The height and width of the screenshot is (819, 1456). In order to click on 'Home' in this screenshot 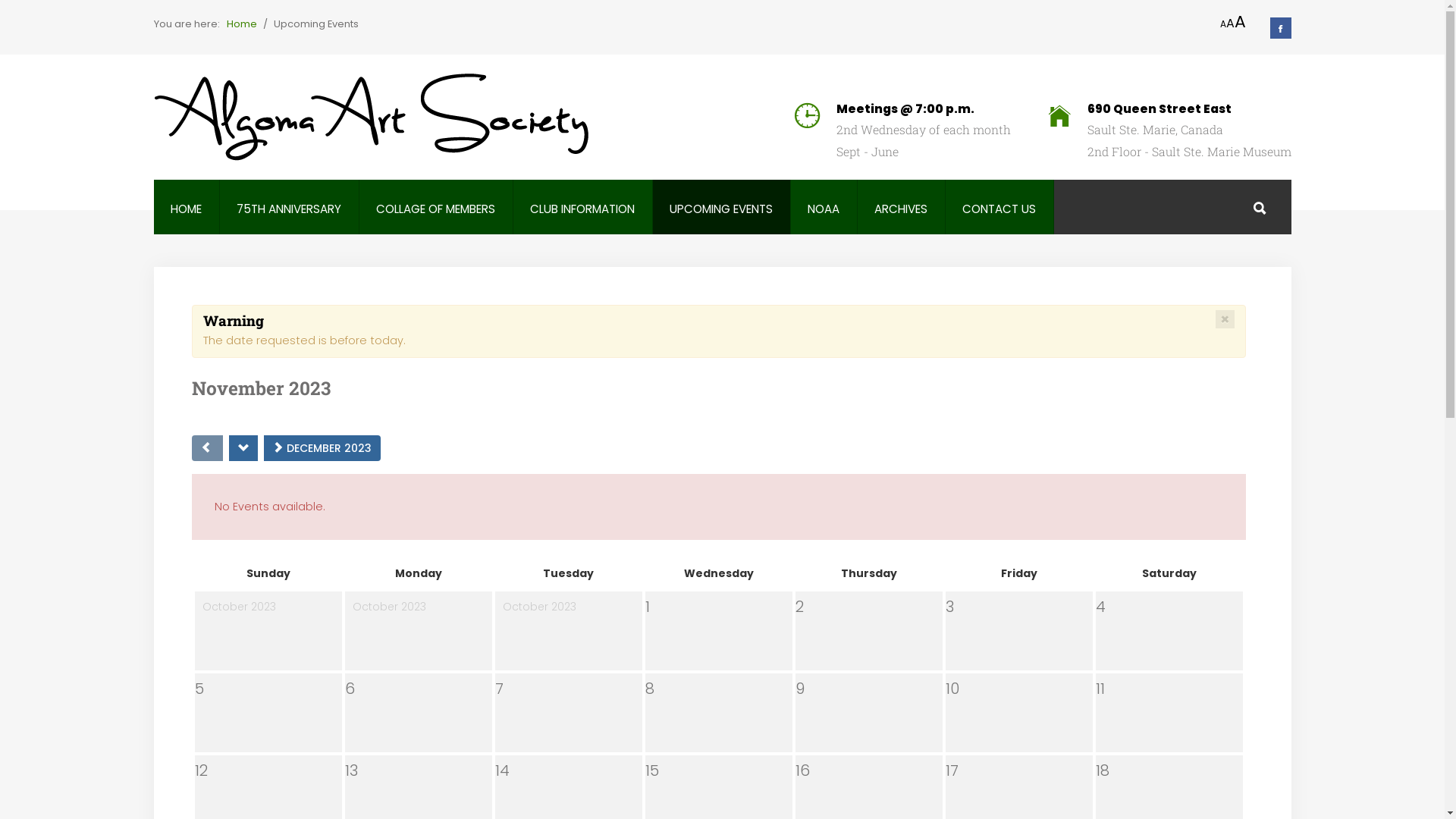, I will do `click(240, 24)`.